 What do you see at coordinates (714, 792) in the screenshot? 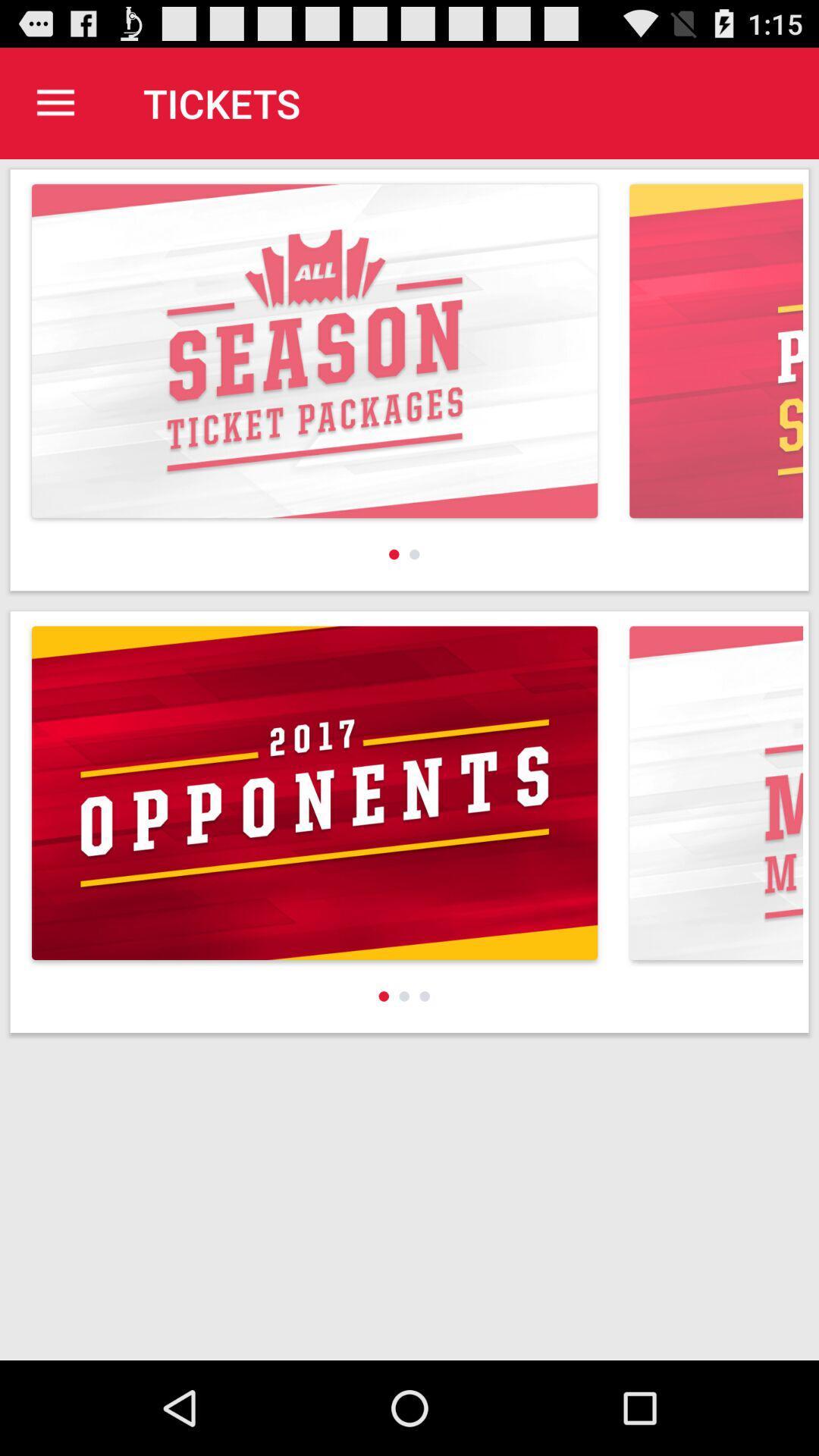
I see `right corner image at bottom` at bounding box center [714, 792].